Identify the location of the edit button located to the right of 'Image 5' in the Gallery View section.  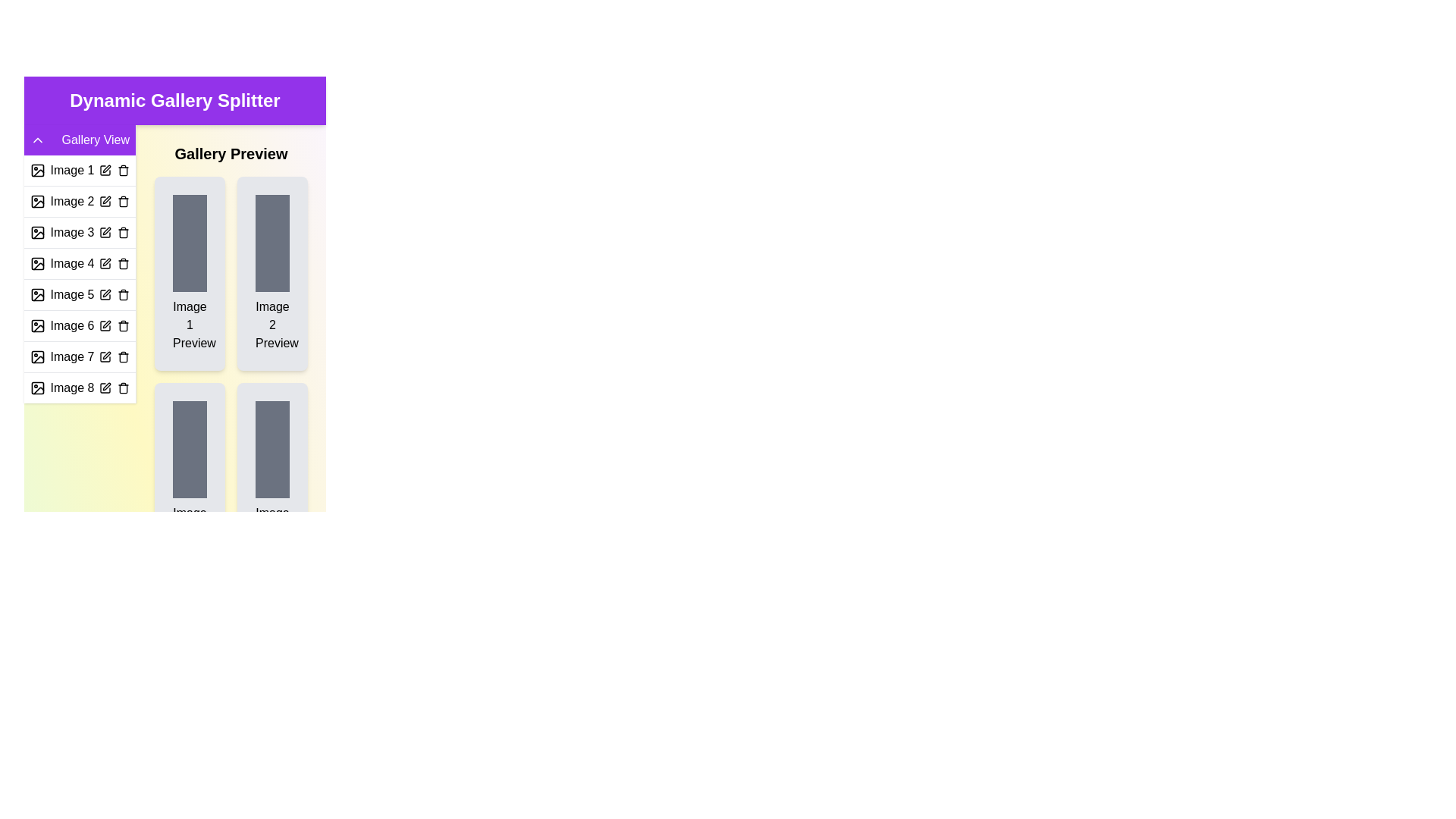
(105, 293).